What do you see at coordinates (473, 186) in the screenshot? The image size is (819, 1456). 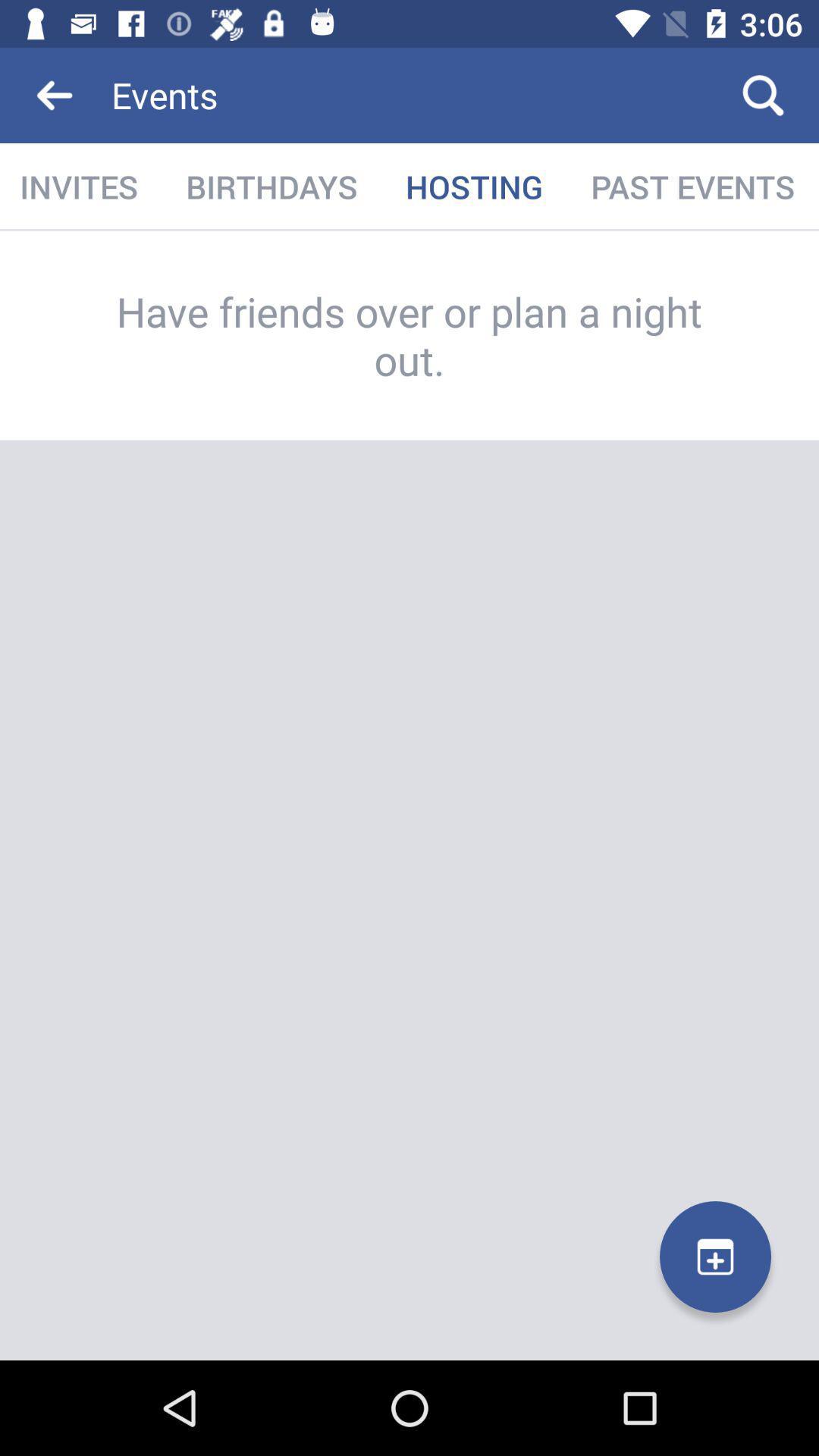 I see `icon next to birthdays` at bounding box center [473, 186].